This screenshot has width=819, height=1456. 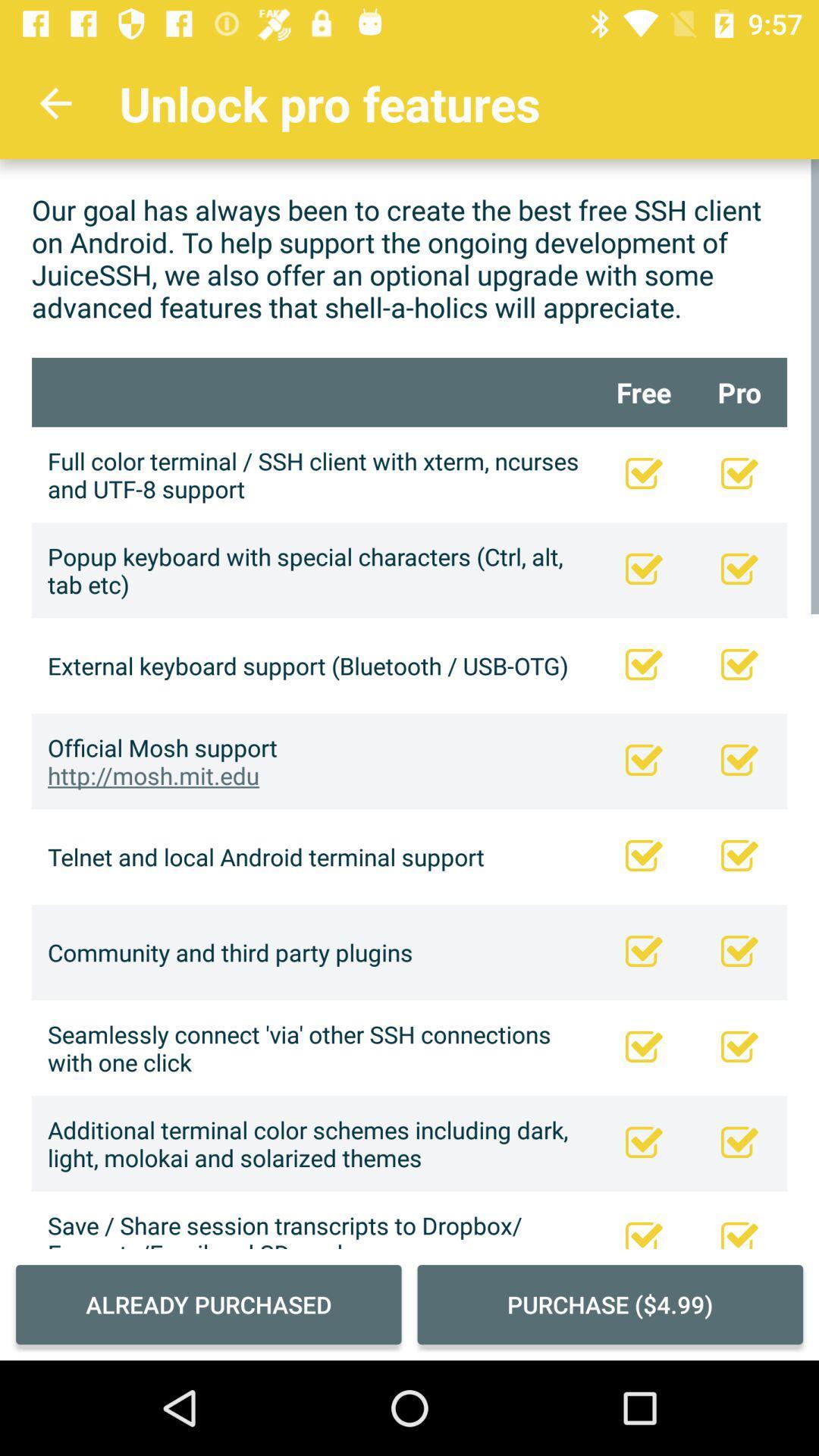 What do you see at coordinates (609, 1304) in the screenshot?
I see `item to the right of already purchased item` at bounding box center [609, 1304].